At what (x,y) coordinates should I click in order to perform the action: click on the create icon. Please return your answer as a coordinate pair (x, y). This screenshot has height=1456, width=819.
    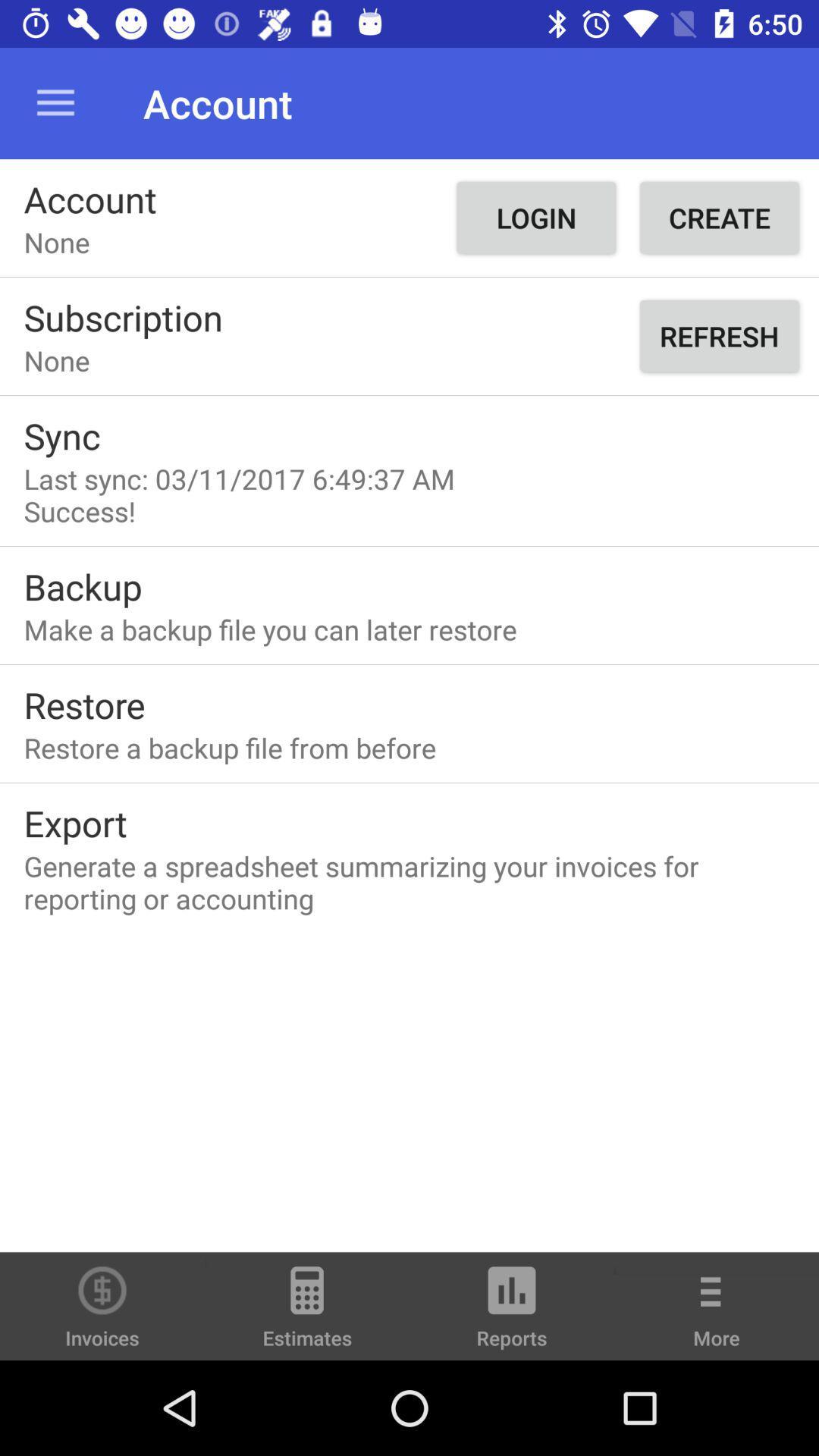
    Looking at the image, I should click on (718, 217).